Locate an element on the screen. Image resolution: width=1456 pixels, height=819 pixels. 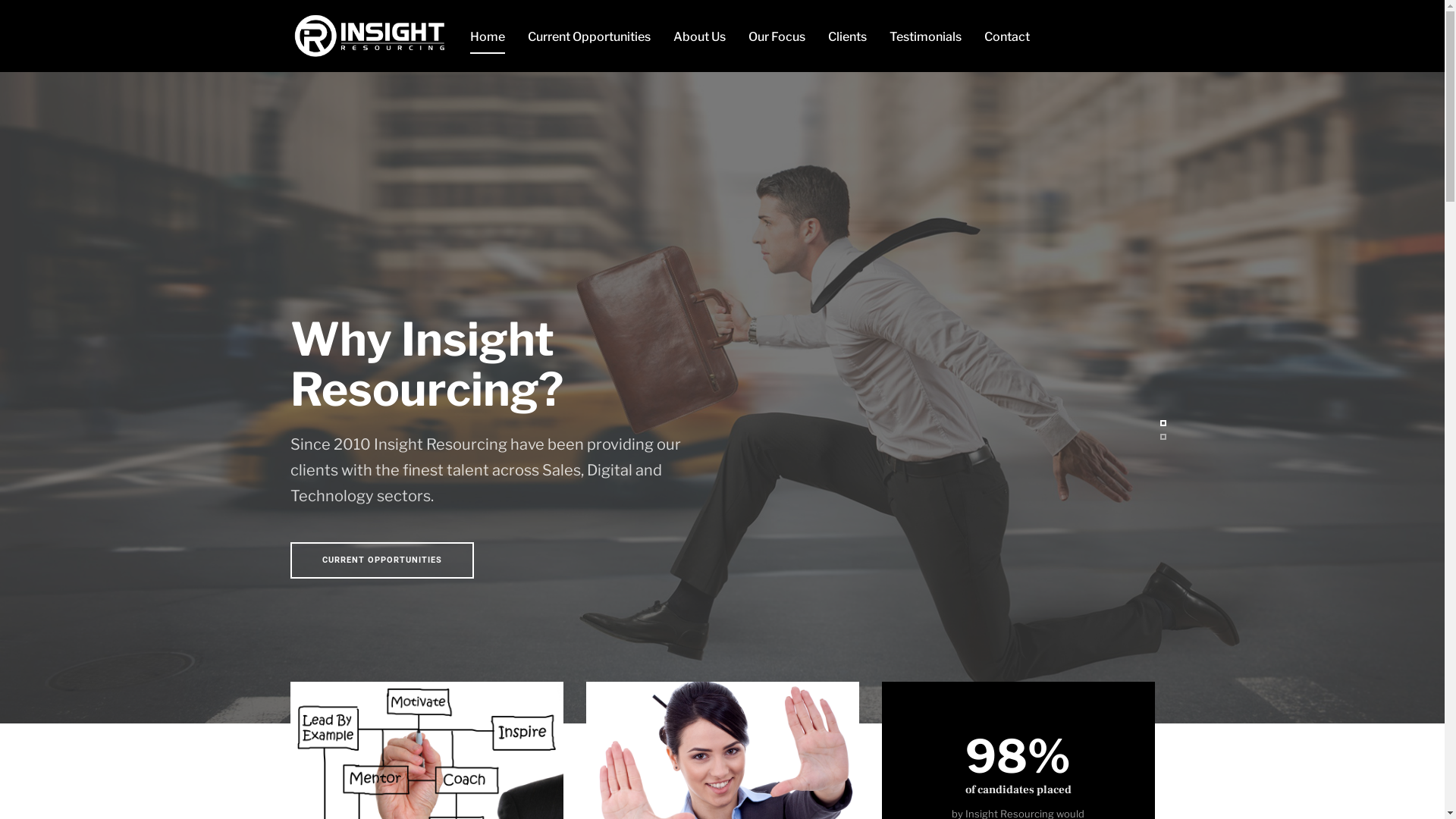
'Testimonials' is located at coordinates (924, 35).